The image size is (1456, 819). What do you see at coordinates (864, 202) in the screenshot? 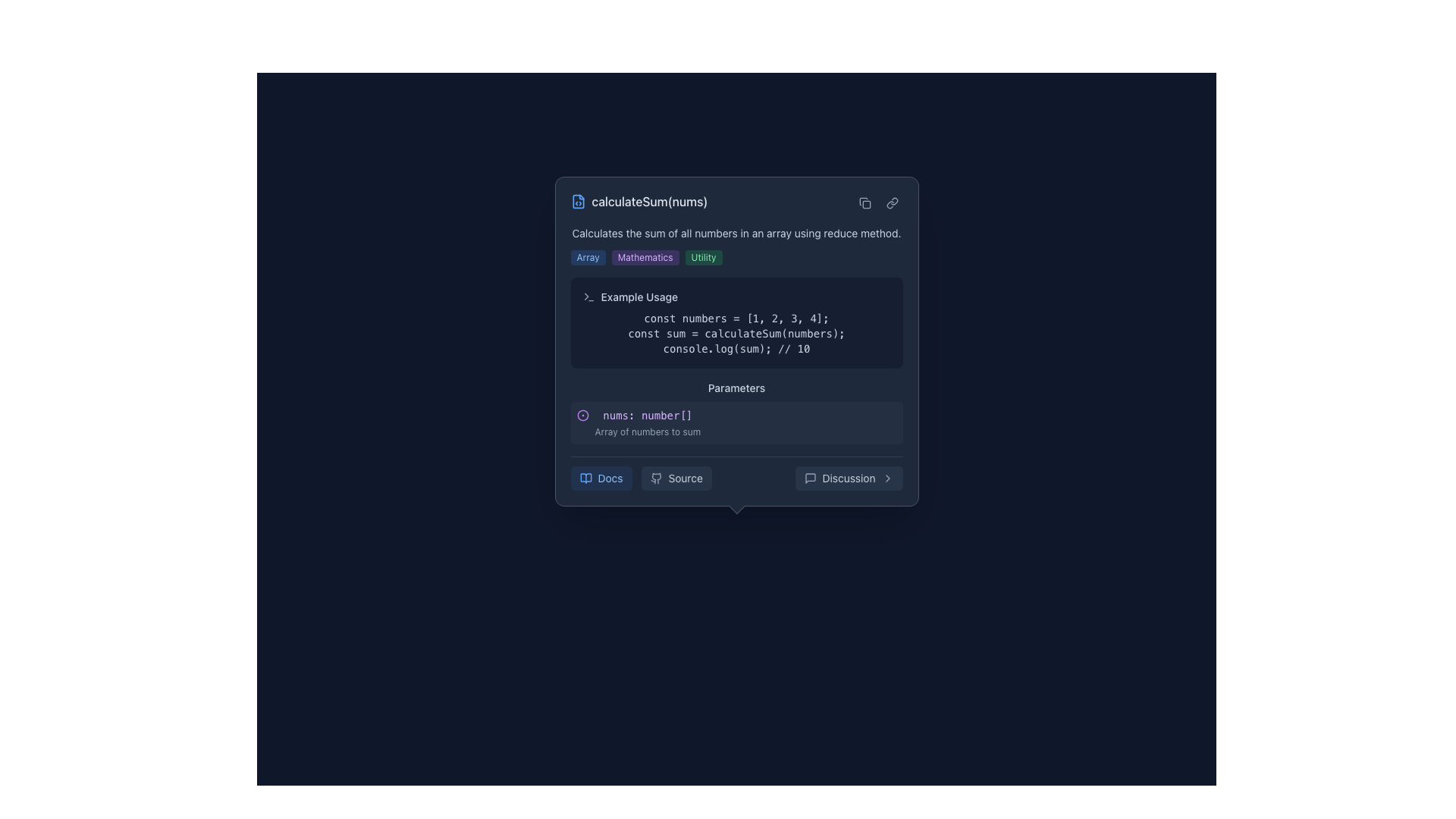
I see `the 'copy' icon button located in the top-right section of the card-like UI component` at bounding box center [864, 202].